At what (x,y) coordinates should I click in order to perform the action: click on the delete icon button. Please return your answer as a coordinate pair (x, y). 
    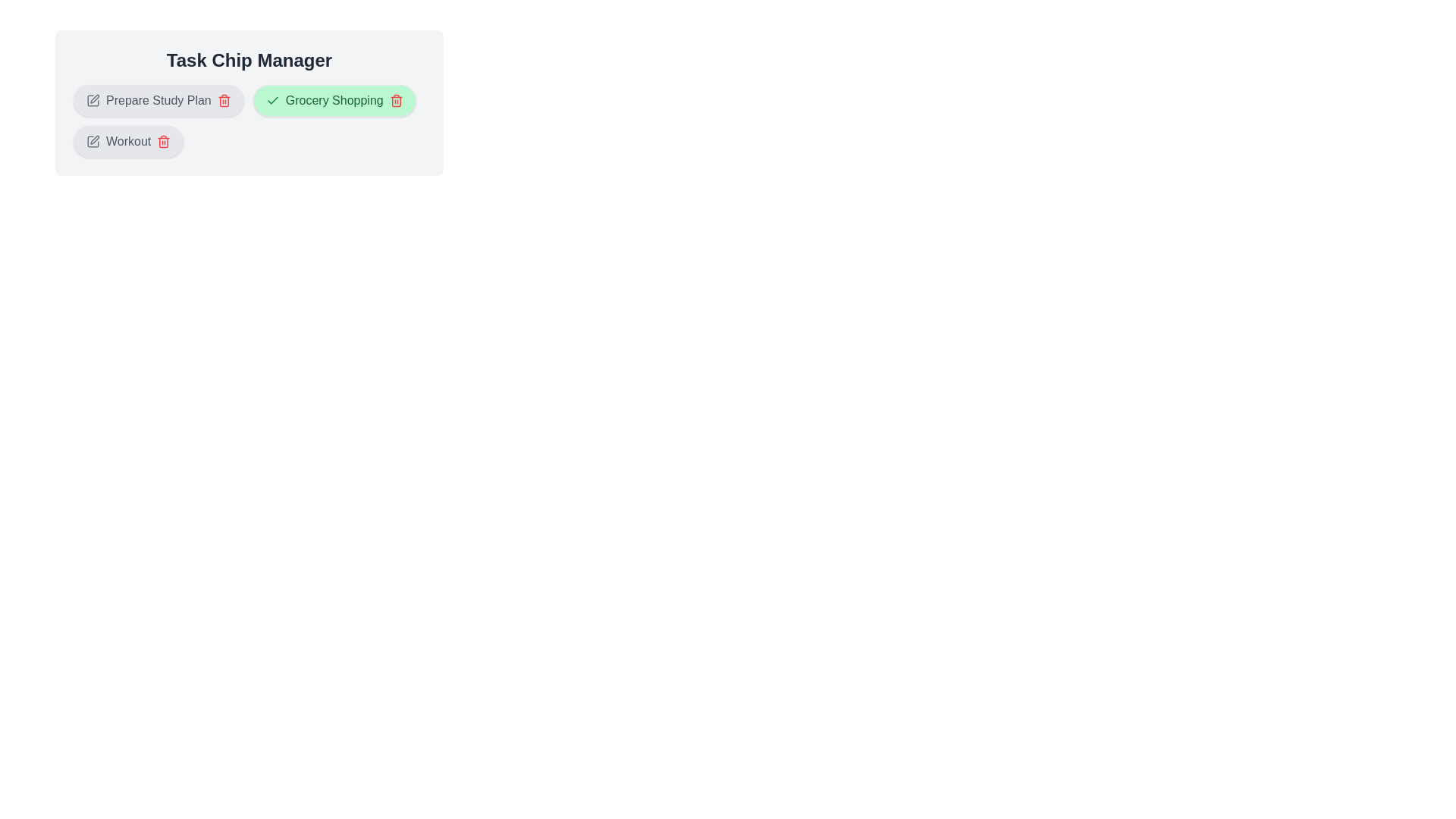
    Looking at the image, I should click on (223, 100).